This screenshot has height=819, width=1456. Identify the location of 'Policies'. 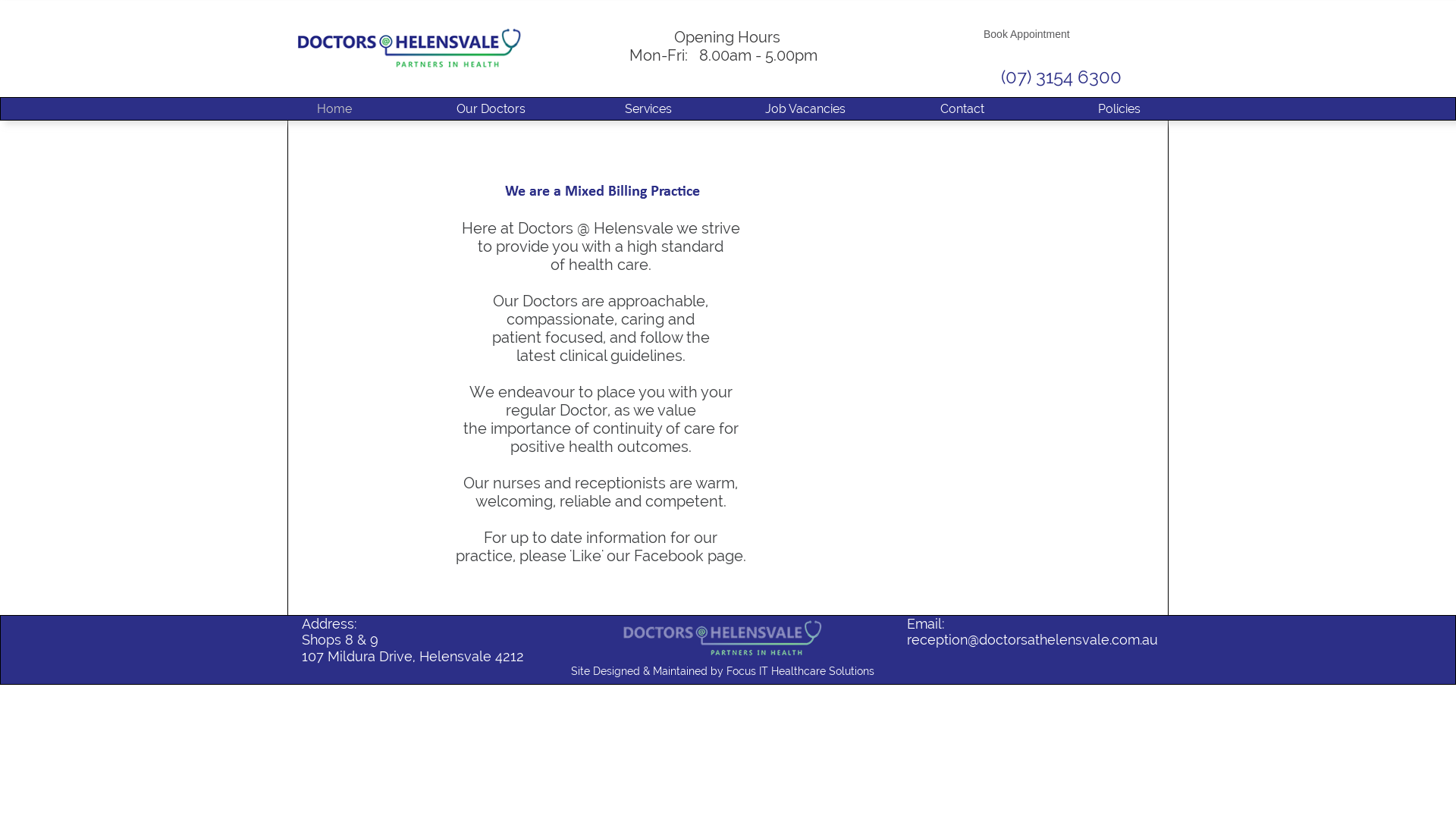
(1119, 108).